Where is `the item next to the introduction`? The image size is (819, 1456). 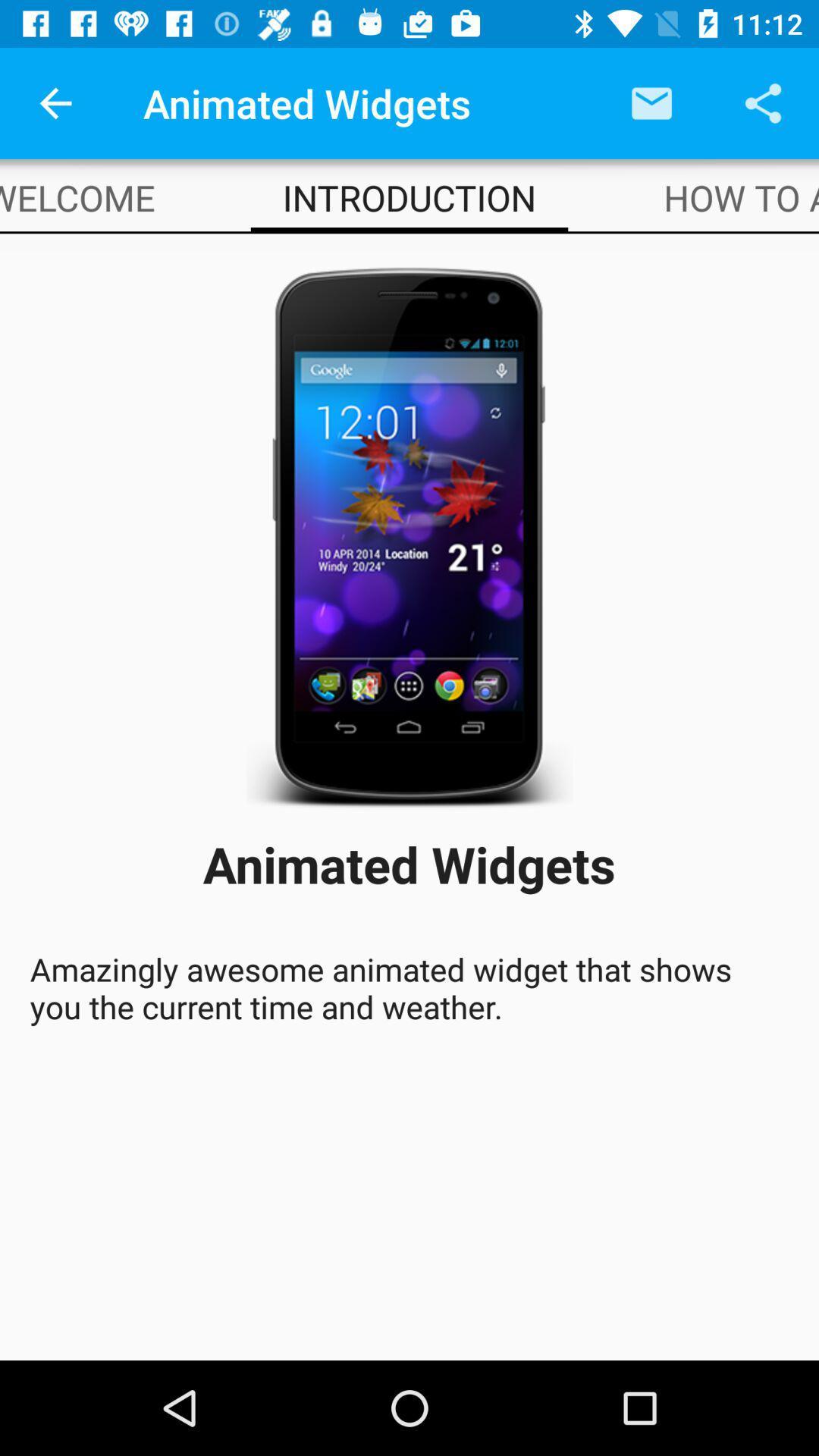 the item next to the introduction is located at coordinates (740, 196).